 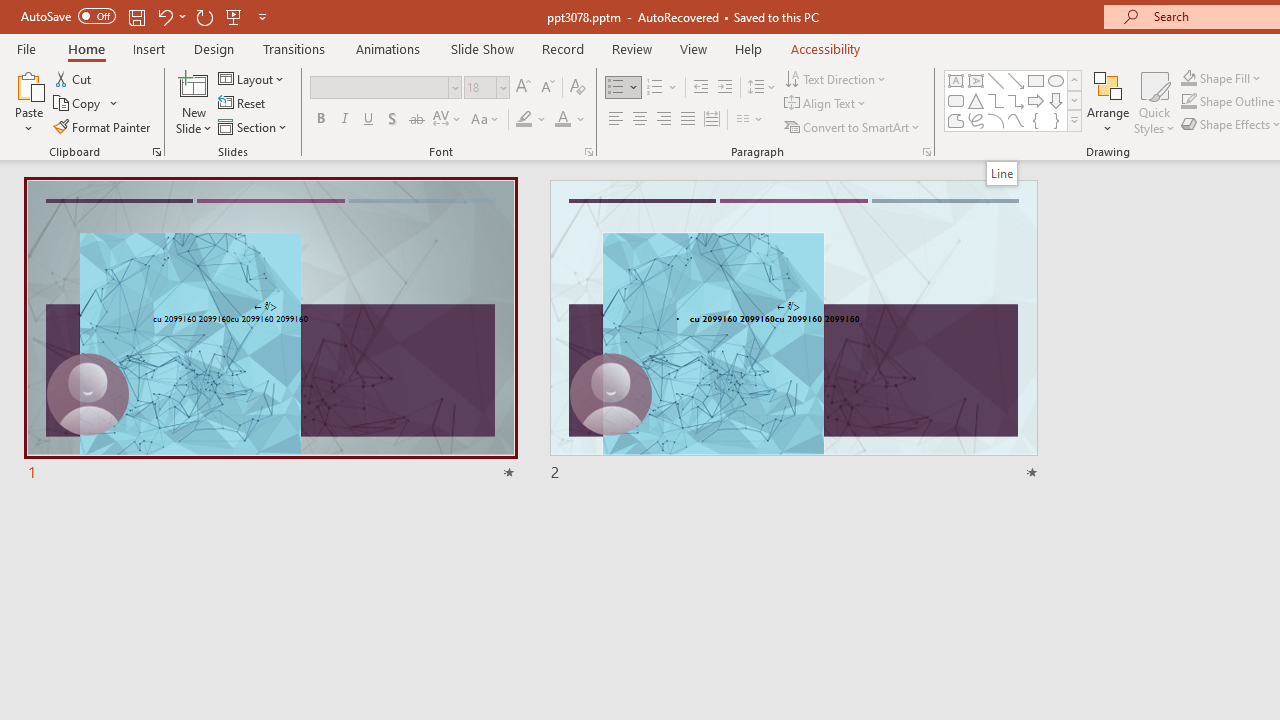 What do you see at coordinates (955, 80) in the screenshot?
I see `'Text Box'` at bounding box center [955, 80].